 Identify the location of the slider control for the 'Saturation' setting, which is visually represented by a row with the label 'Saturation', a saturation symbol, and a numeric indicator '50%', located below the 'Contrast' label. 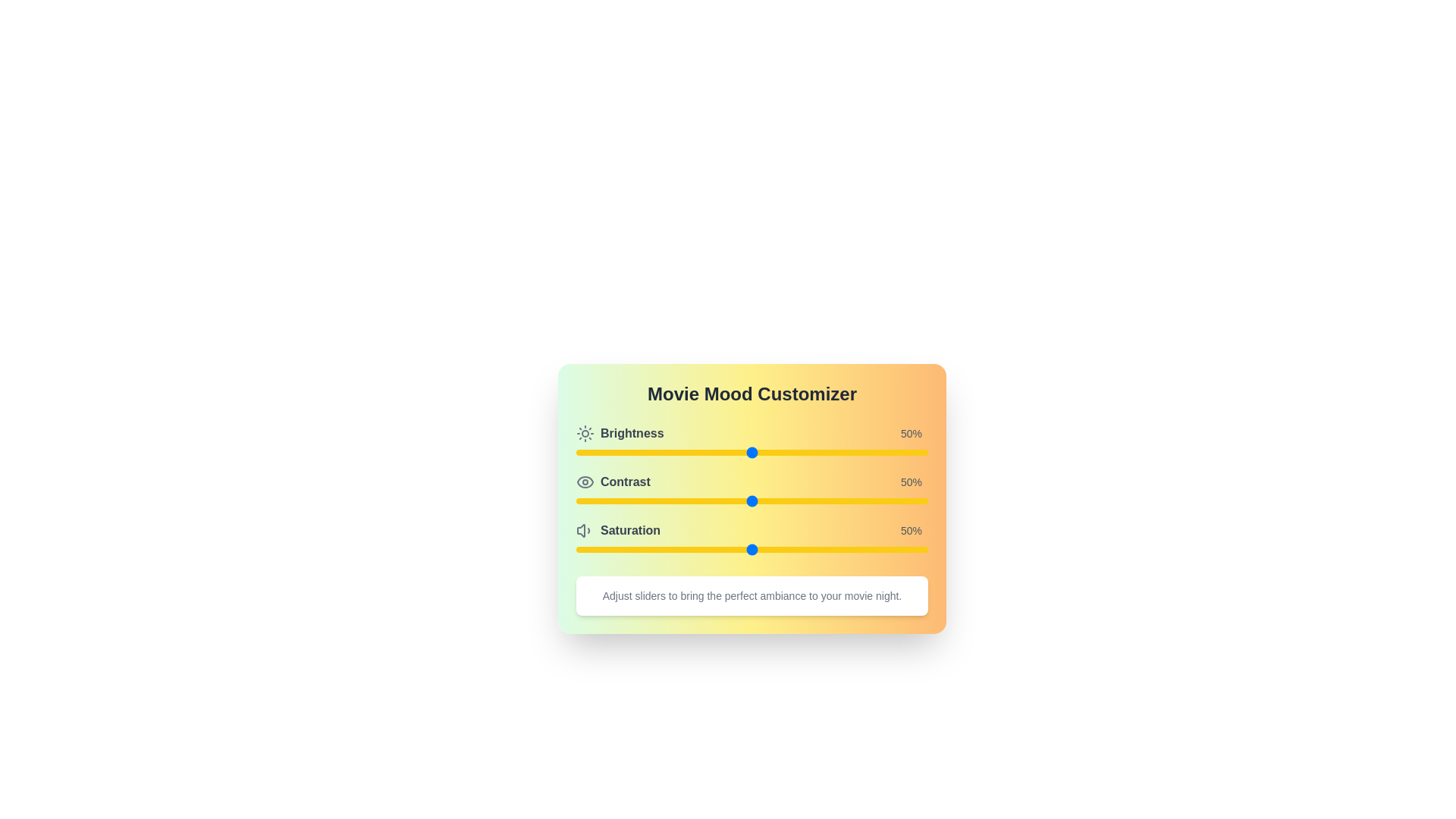
(752, 529).